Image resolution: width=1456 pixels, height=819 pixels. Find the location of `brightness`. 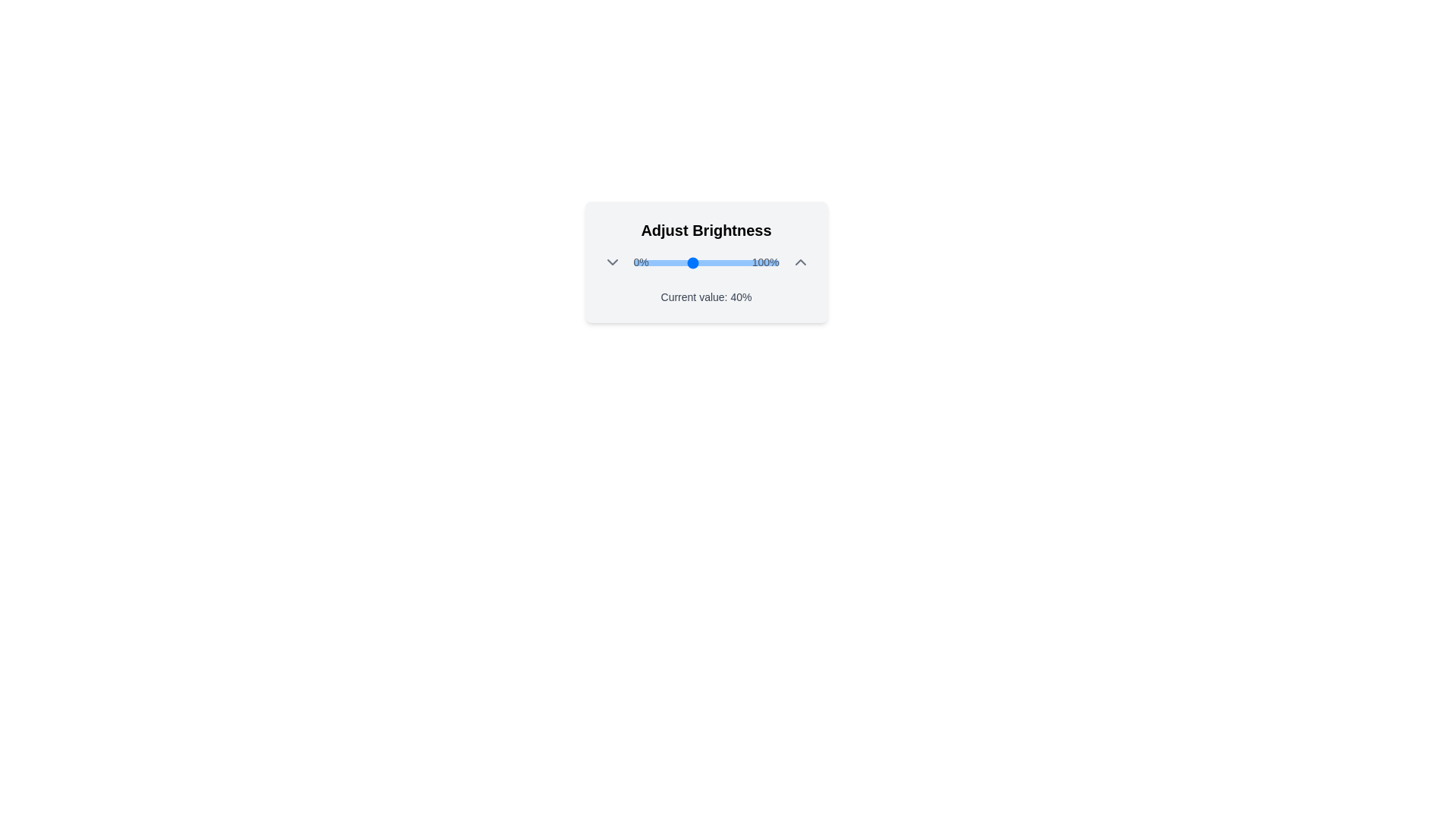

brightness is located at coordinates (699, 262).